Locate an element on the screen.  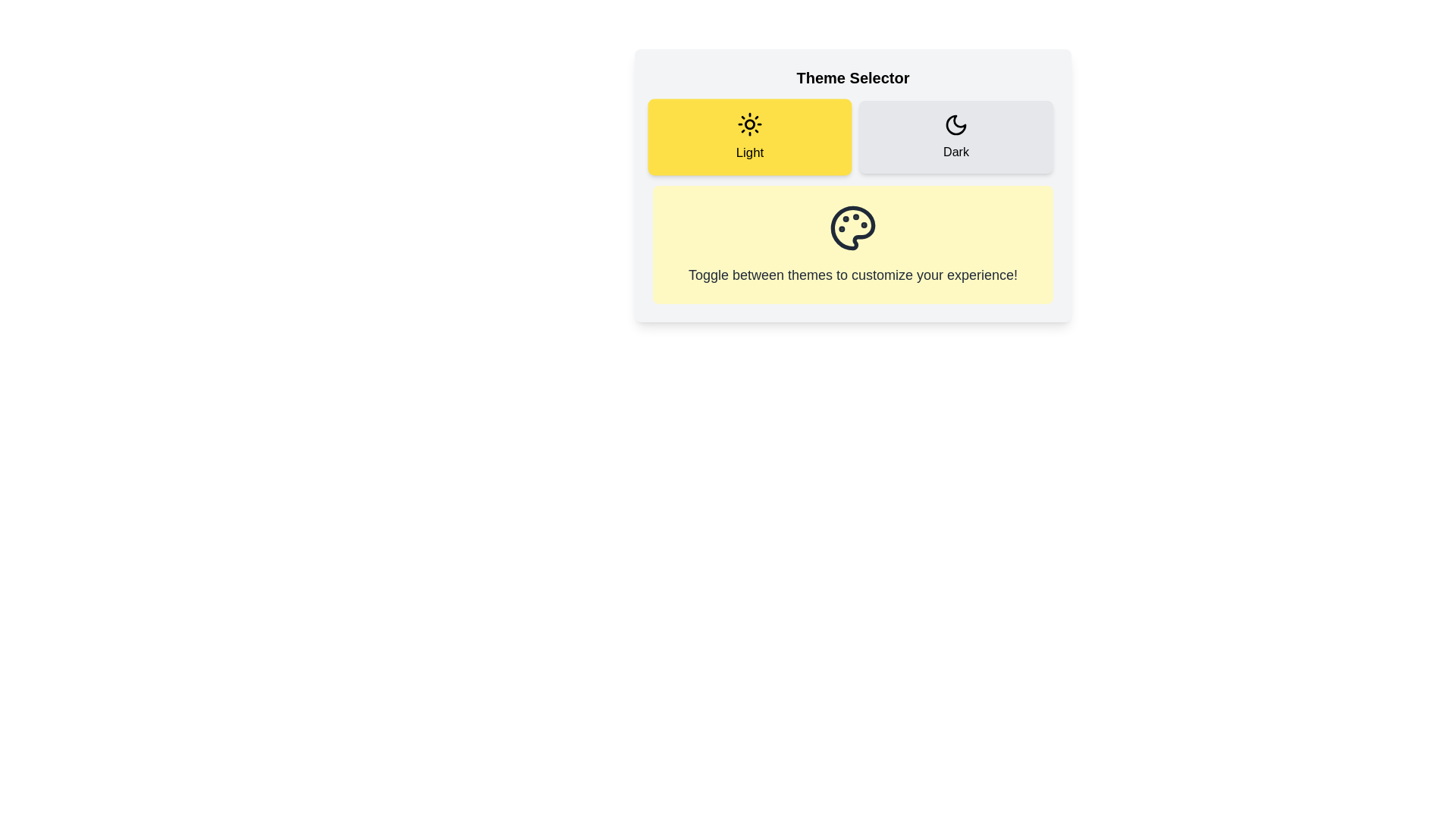
the SVG Circle that represents the core of the sun icon in the top-left section of the theme selector interface for the 'Light' theme option is located at coordinates (749, 124).